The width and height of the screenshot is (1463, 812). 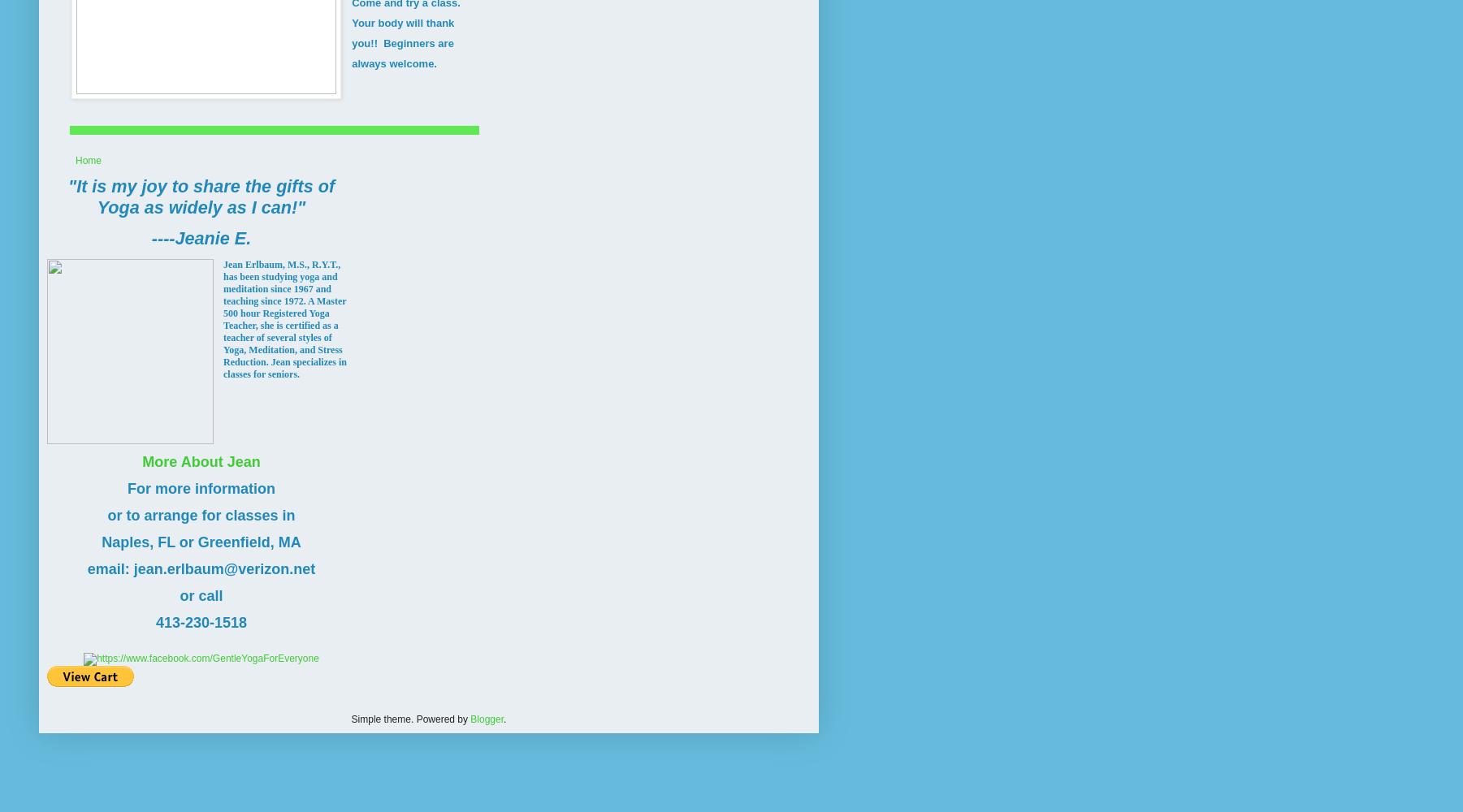 What do you see at coordinates (410, 719) in the screenshot?
I see `'Simple theme. Powered by'` at bounding box center [410, 719].